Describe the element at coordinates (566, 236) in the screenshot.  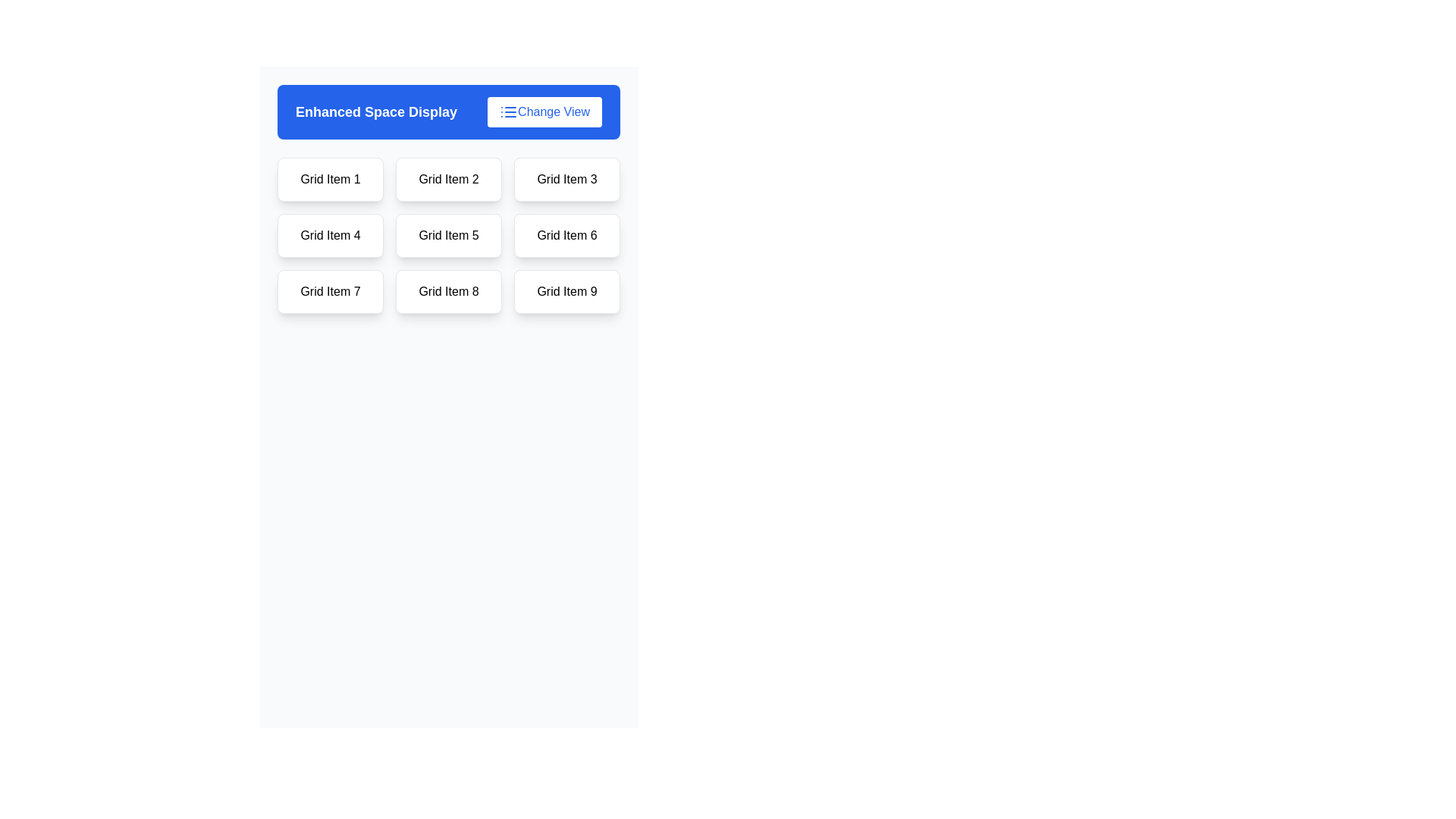
I see `the grid item located in the second row and third column of a 3x3 grid layout` at that location.